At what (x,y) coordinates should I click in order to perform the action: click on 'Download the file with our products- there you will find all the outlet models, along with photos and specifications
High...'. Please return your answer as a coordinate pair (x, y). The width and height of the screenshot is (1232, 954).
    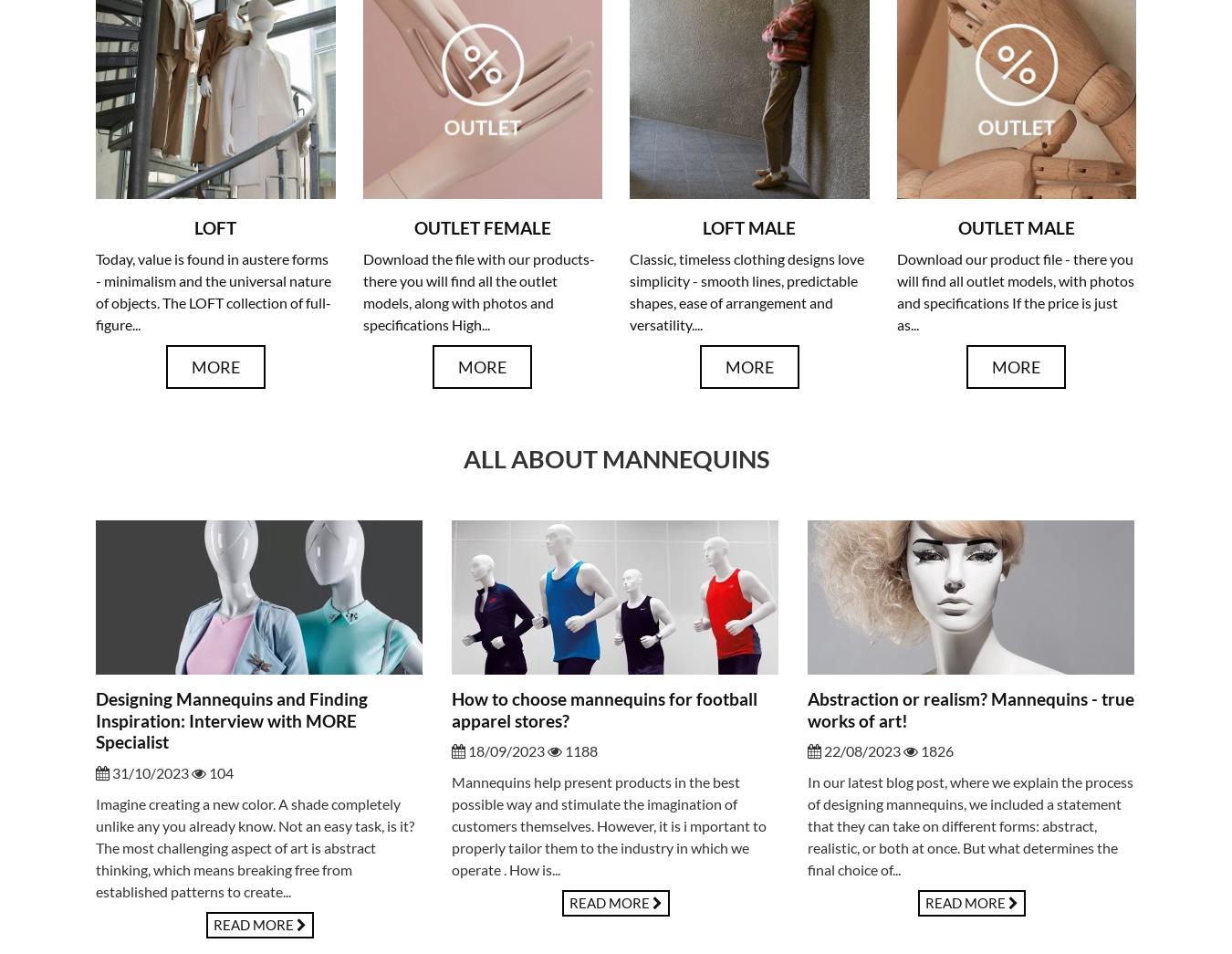
    Looking at the image, I should click on (476, 291).